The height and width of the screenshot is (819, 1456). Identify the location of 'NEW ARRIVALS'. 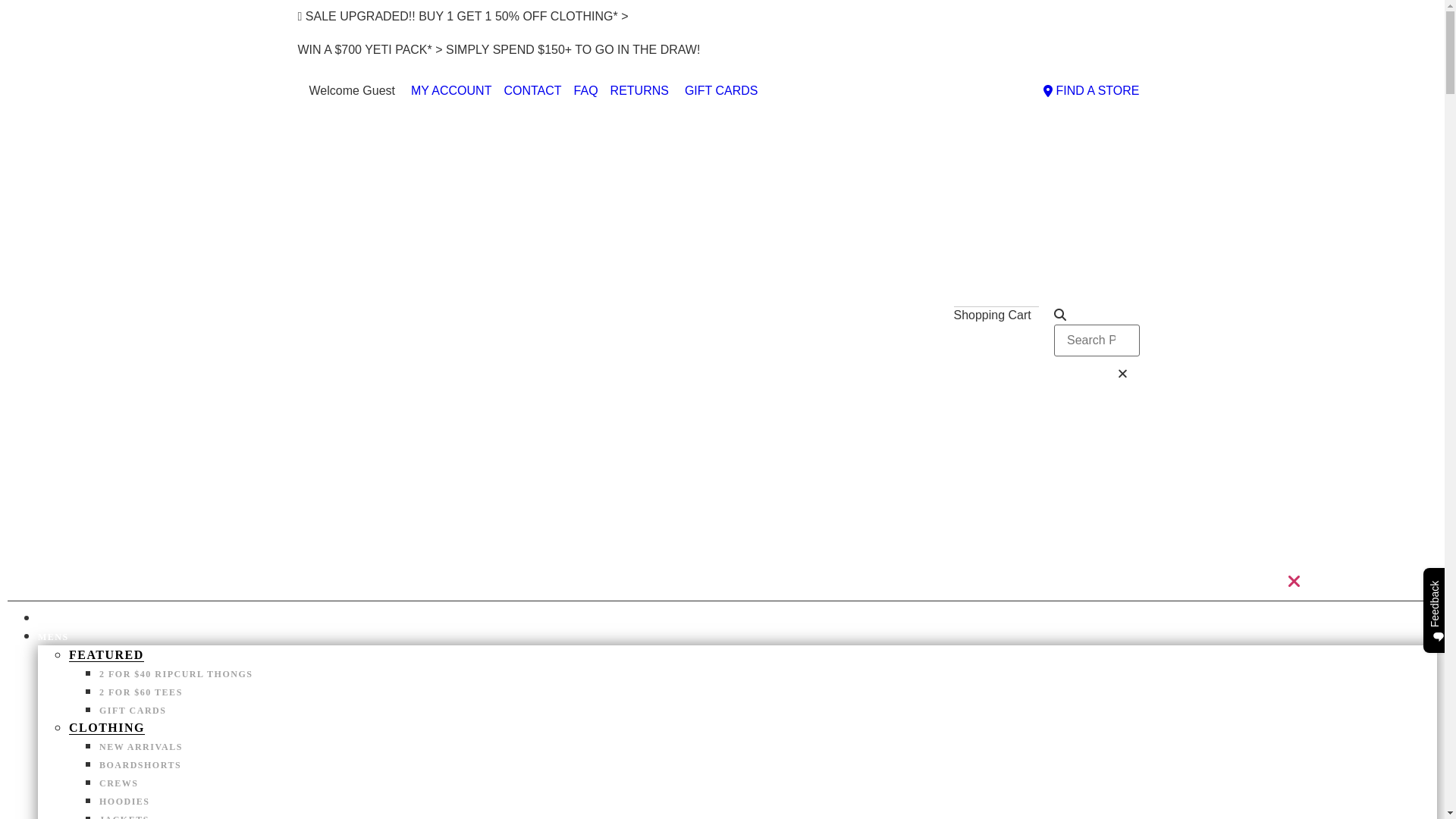
(141, 745).